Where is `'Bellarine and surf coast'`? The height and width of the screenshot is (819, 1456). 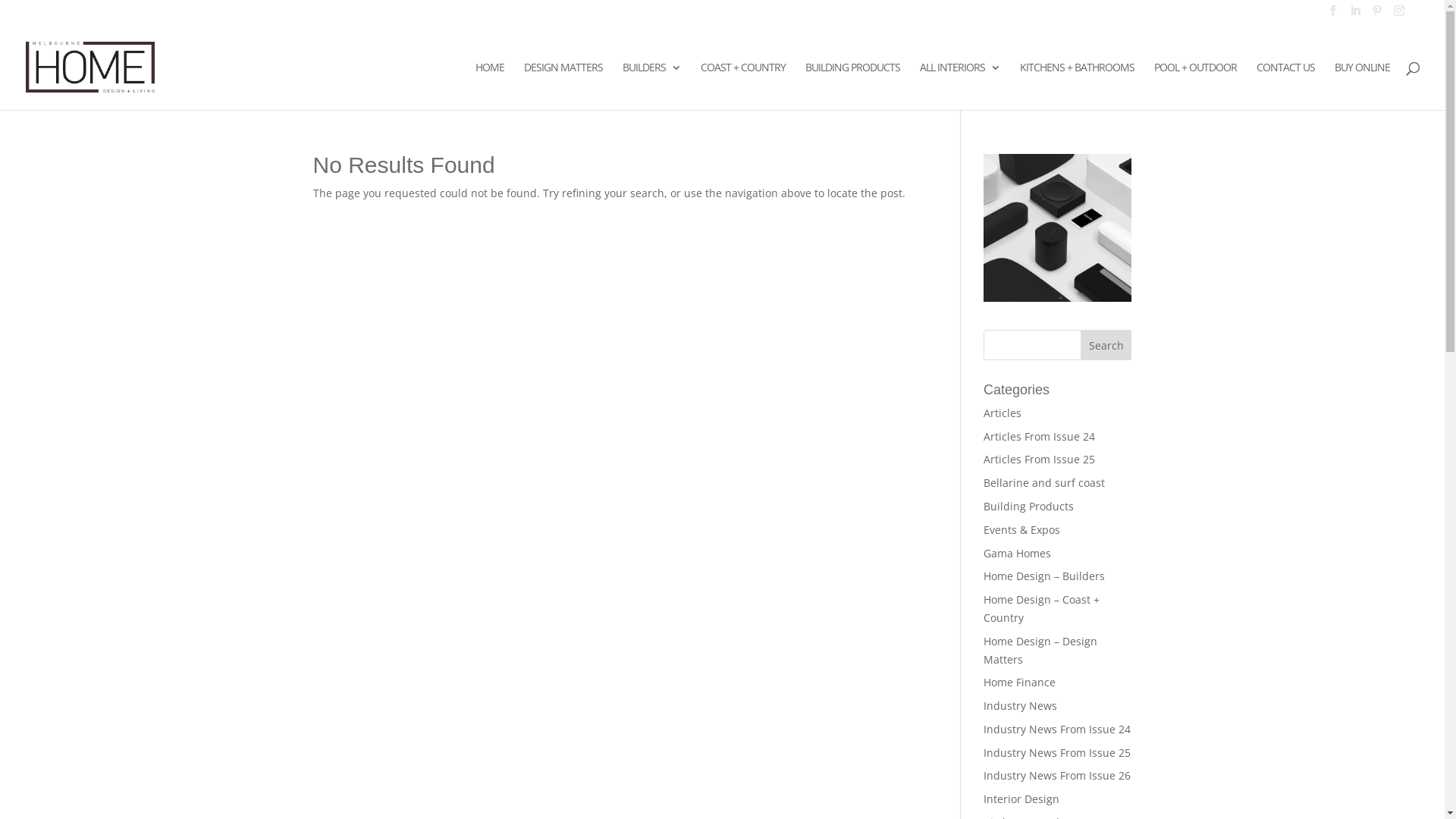 'Bellarine and surf coast' is located at coordinates (1043, 482).